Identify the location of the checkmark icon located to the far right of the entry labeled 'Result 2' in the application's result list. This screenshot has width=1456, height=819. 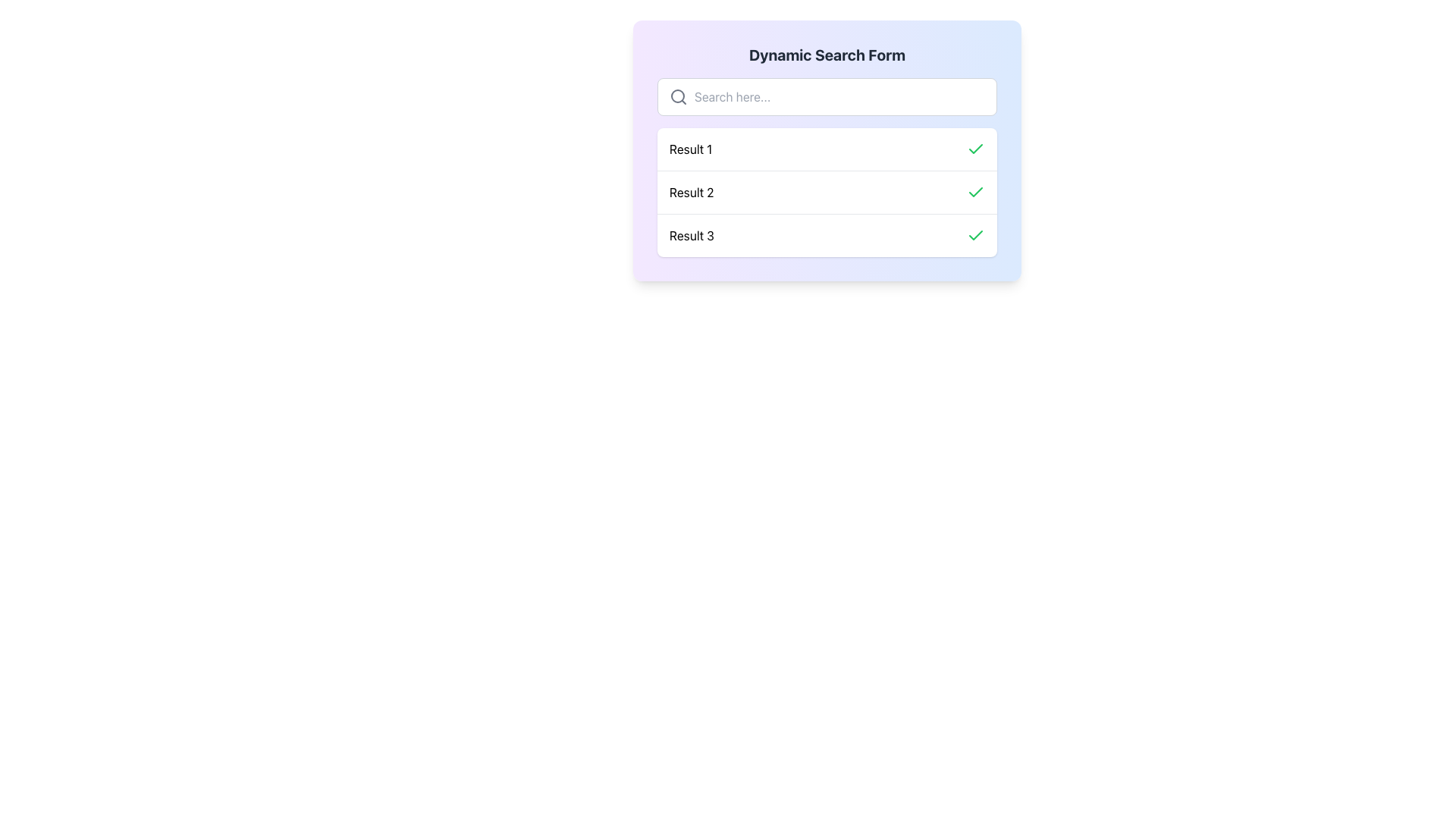
(975, 234).